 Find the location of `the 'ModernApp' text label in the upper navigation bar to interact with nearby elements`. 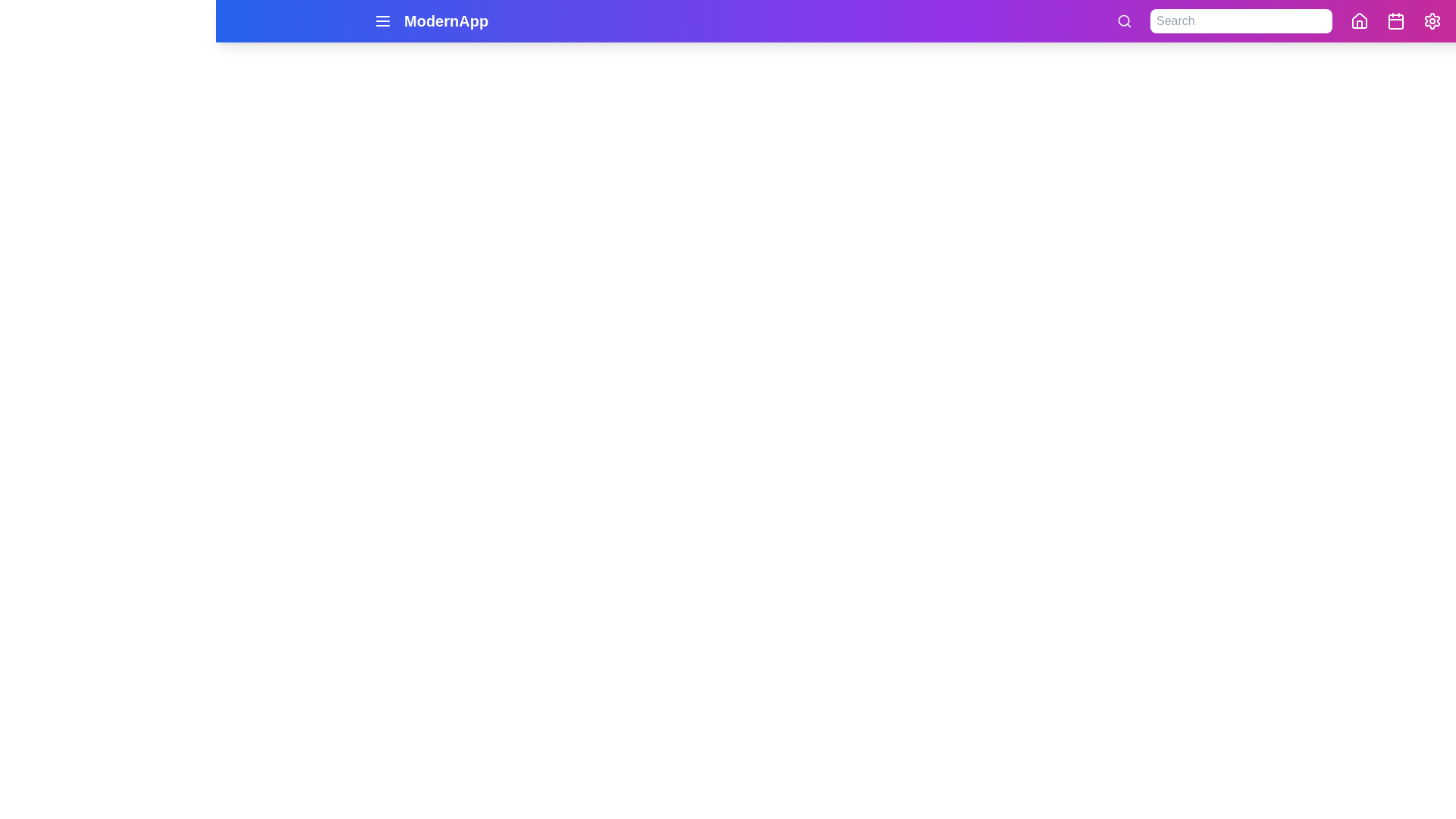

the 'ModernApp' text label in the upper navigation bar to interact with nearby elements is located at coordinates (445, 20).